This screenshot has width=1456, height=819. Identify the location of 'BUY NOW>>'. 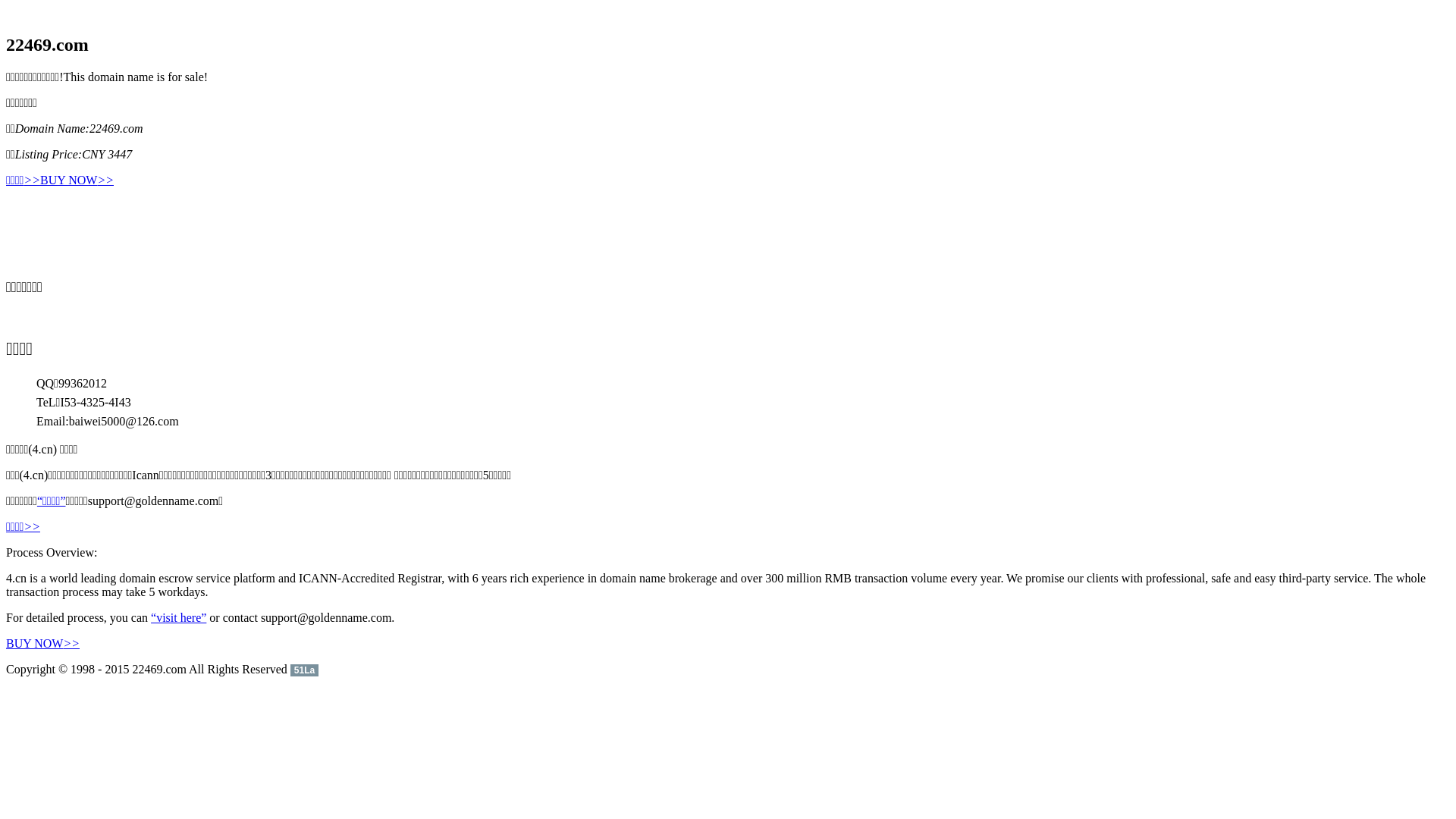
(42, 643).